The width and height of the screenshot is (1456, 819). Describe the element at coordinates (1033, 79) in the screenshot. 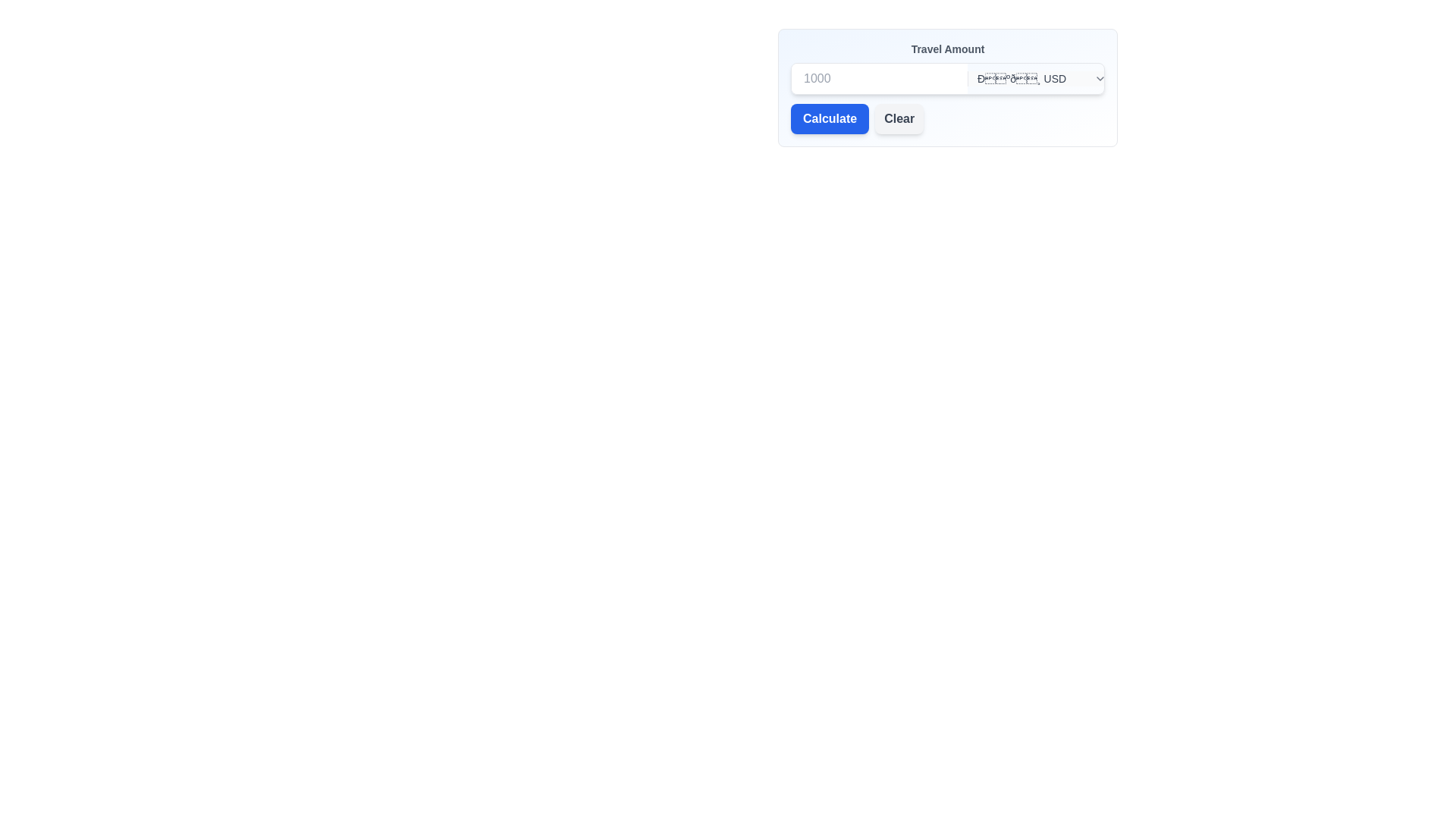

I see `an option from the expanded currency dropdown menu located in the top-right portion of the 'Travel Amount' form` at that location.